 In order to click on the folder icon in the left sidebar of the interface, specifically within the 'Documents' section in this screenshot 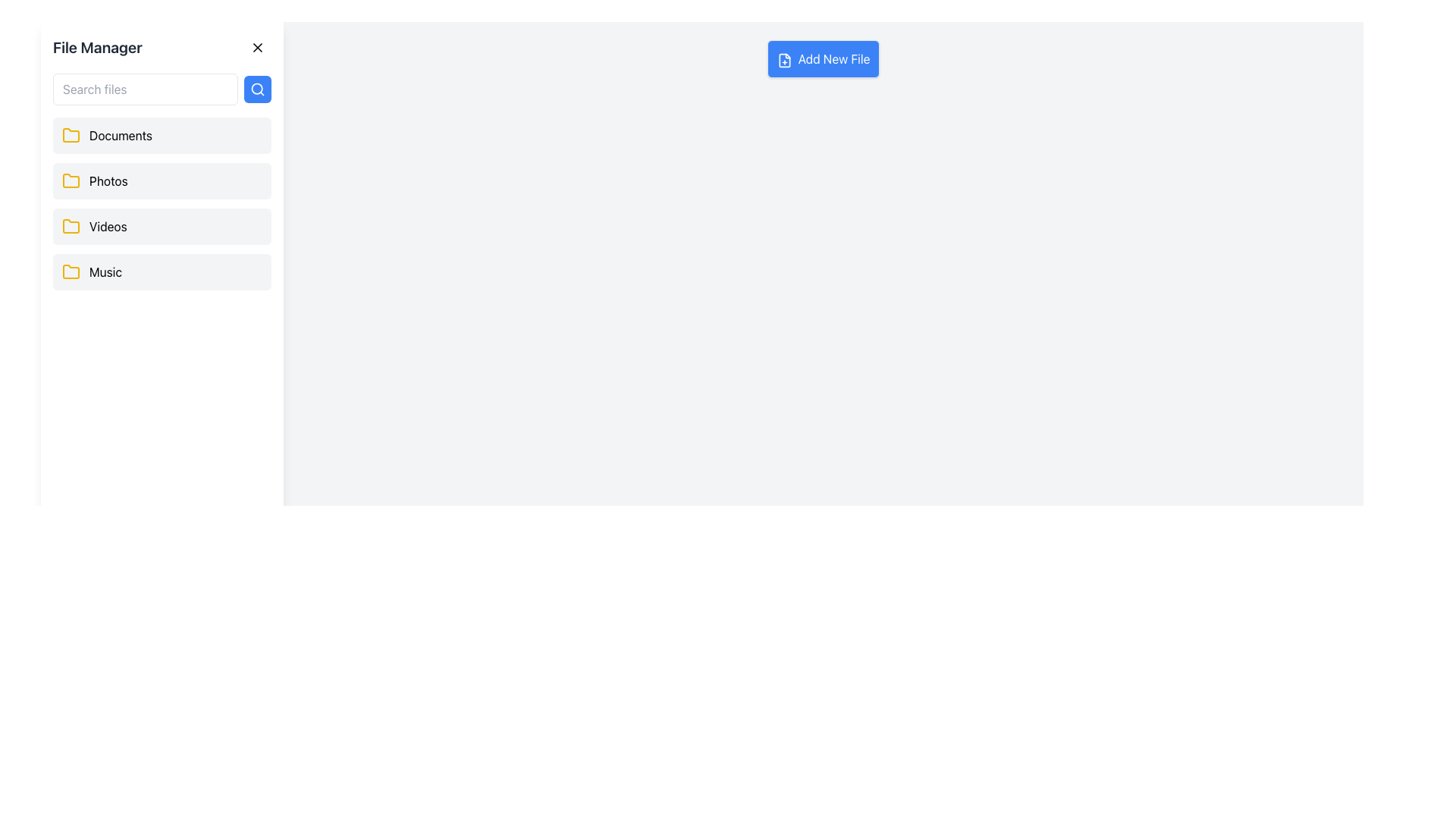, I will do `click(71, 133)`.